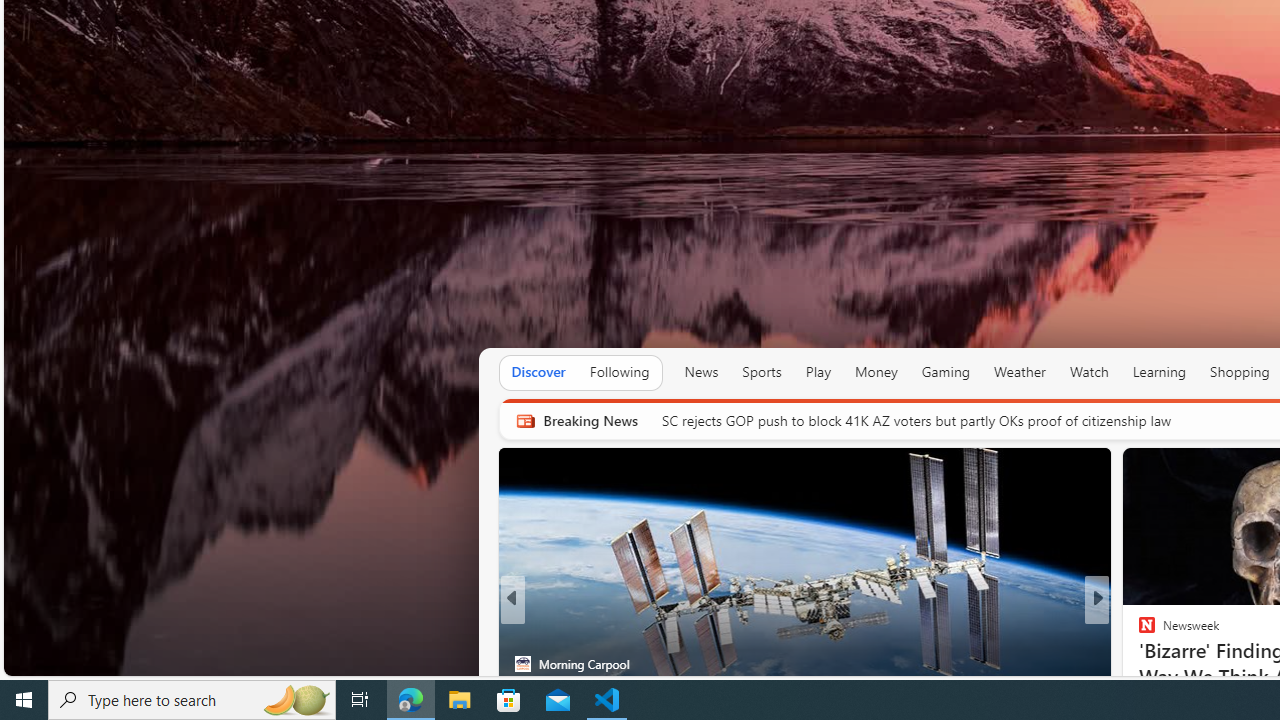  What do you see at coordinates (1138, 663) in the screenshot?
I see `'Retailshout'` at bounding box center [1138, 663].